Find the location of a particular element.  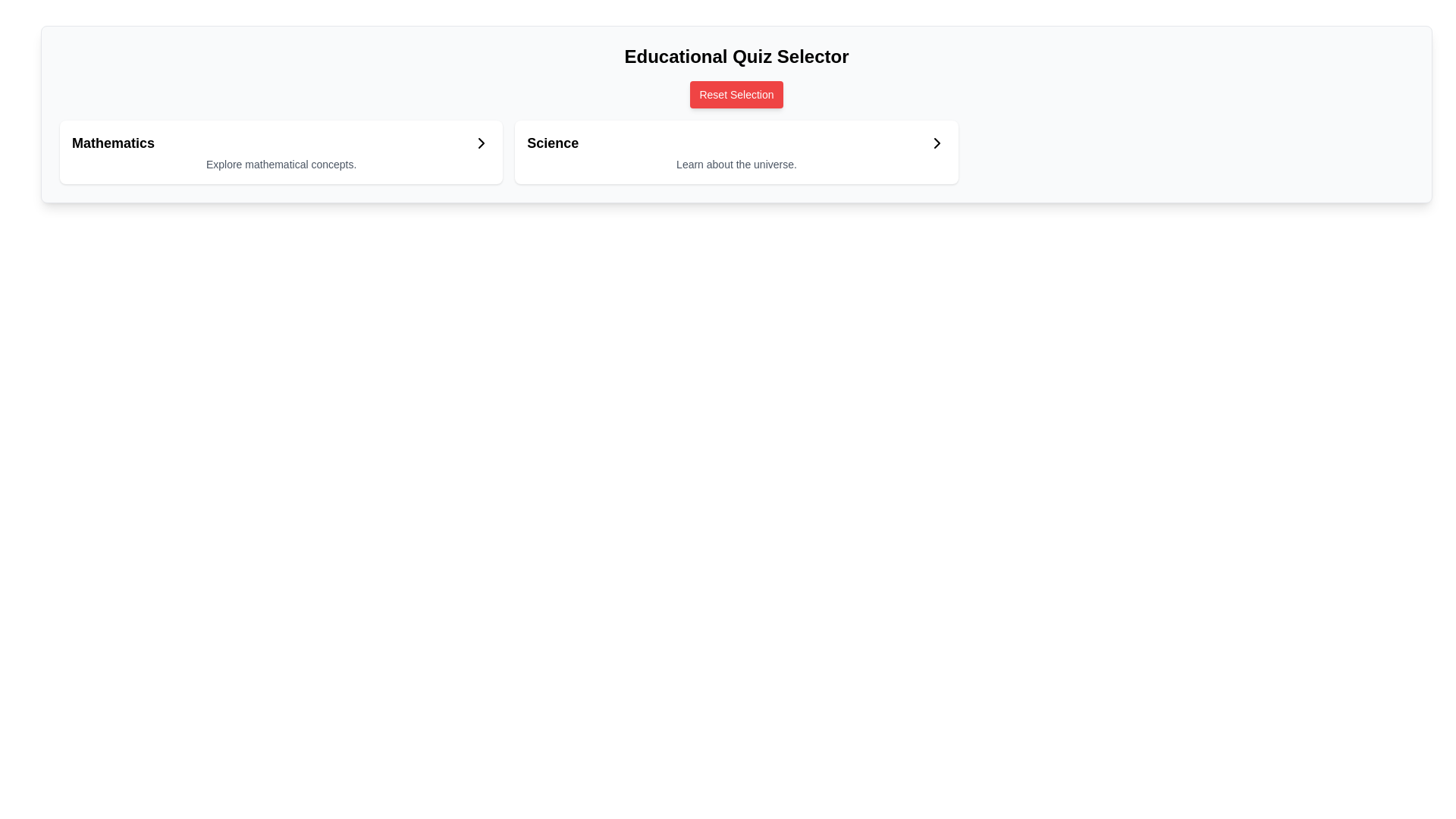

the selectable option to navigate to the 'Science' section for keyboard accessibility, located between the title 'Educational Quiz Selector' and the description text 'Learn about the universe.' is located at coordinates (736, 143).